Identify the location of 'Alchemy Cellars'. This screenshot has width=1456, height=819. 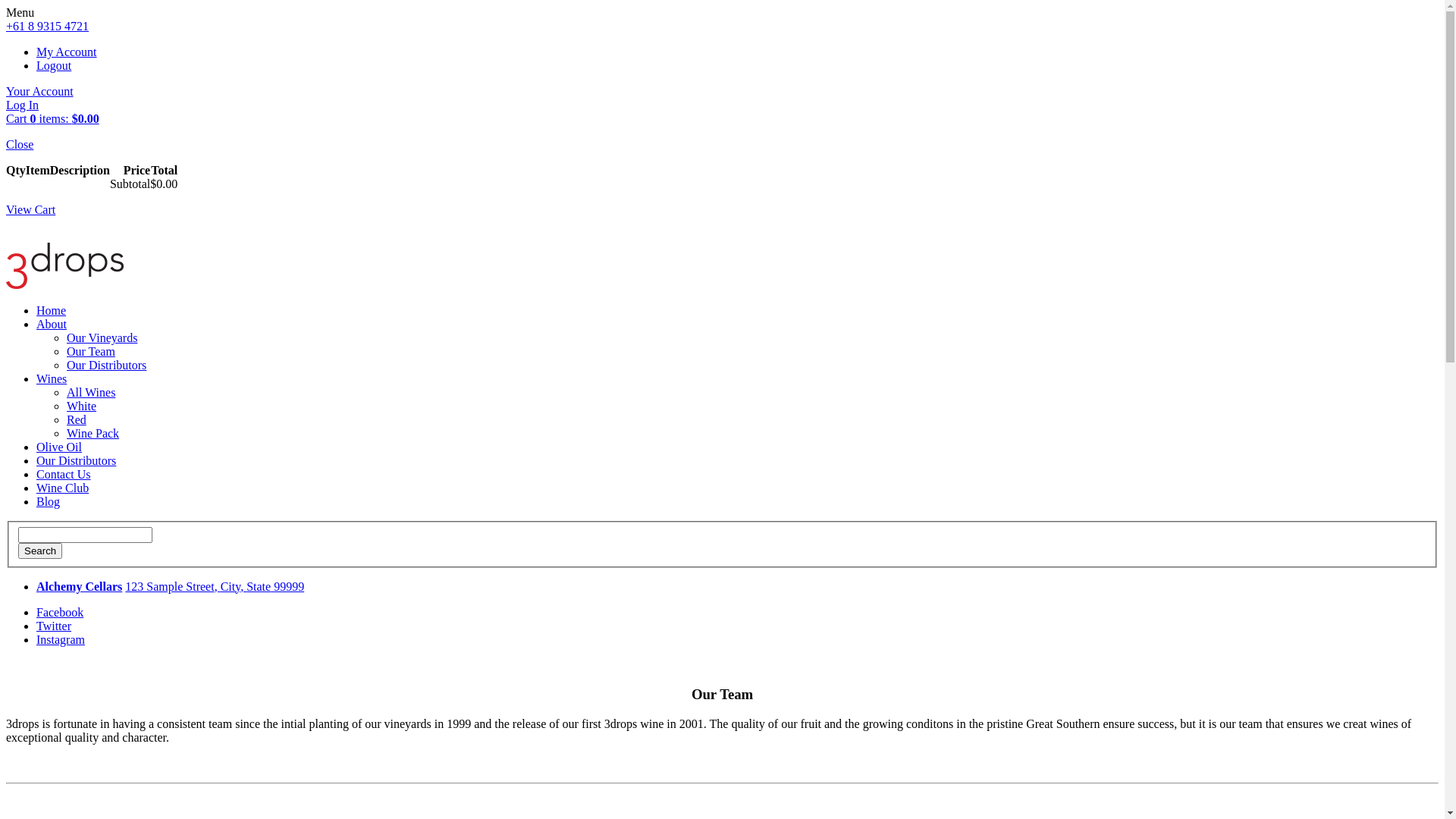
(78, 585).